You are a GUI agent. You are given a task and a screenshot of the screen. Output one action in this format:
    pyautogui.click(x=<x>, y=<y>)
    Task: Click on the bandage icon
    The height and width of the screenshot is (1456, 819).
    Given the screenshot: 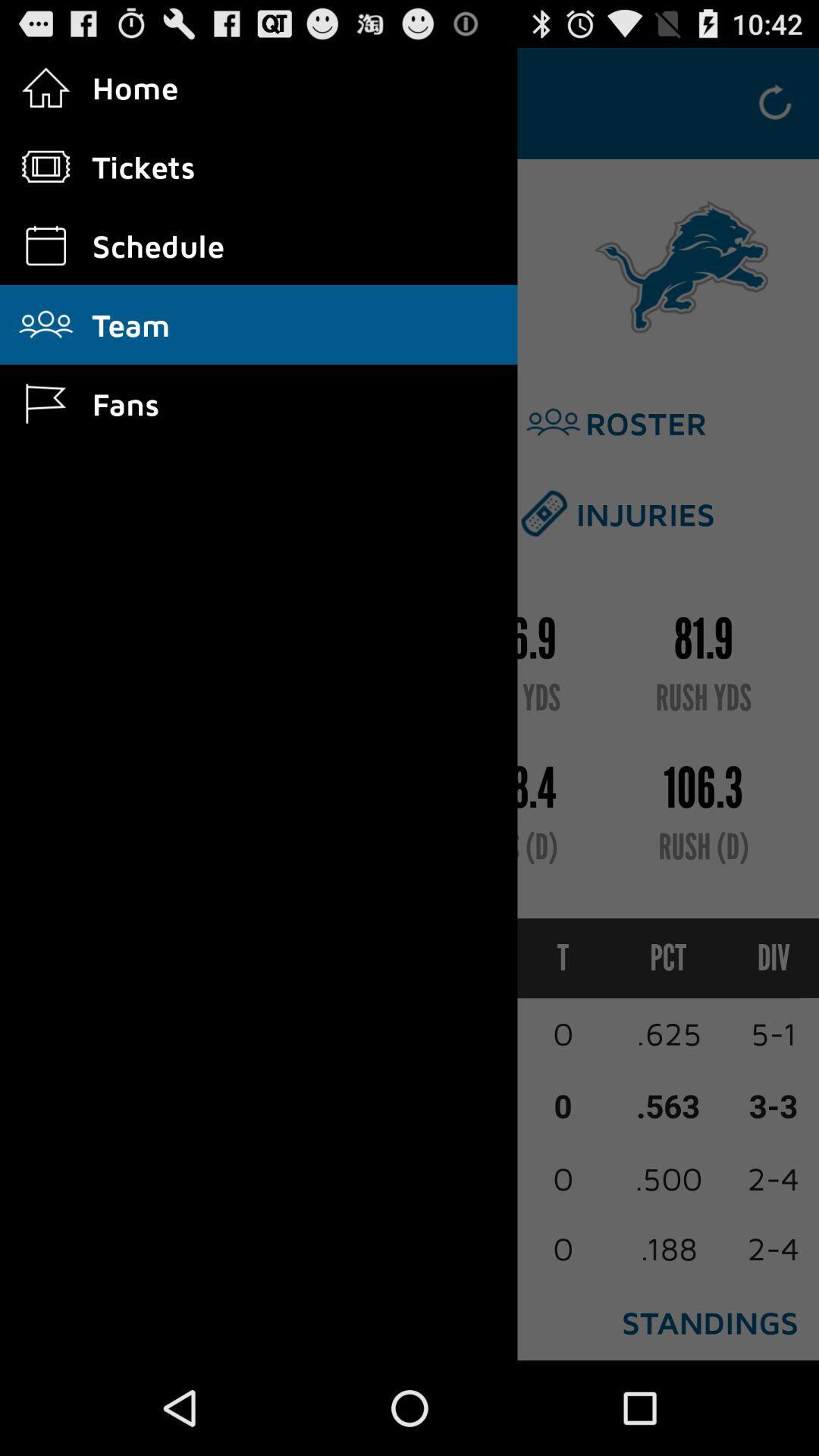 What is the action you would take?
    pyautogui.click(x=543, y=513)
    